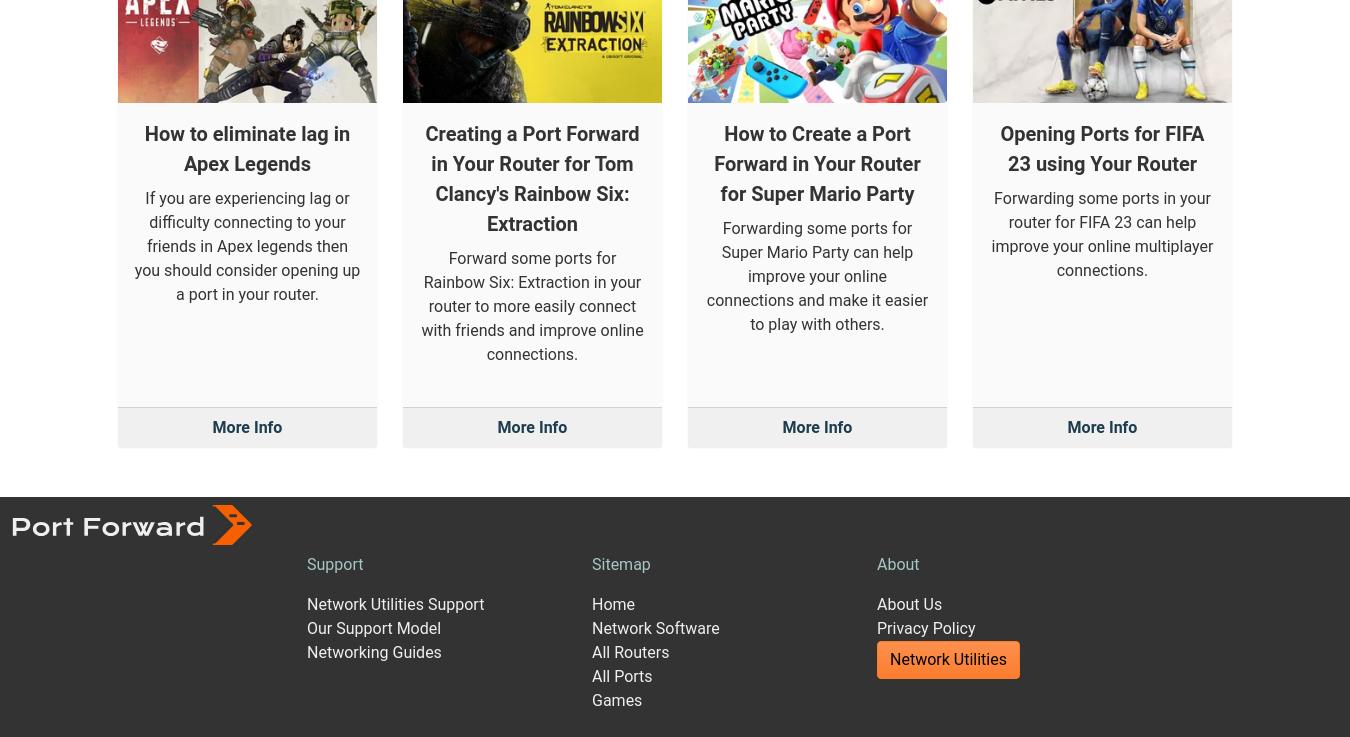 This screenshot has height=737, width=1350. Describe the element at coordinates (630, 459) in the screenshot. I see `'All Routers'` at that location.